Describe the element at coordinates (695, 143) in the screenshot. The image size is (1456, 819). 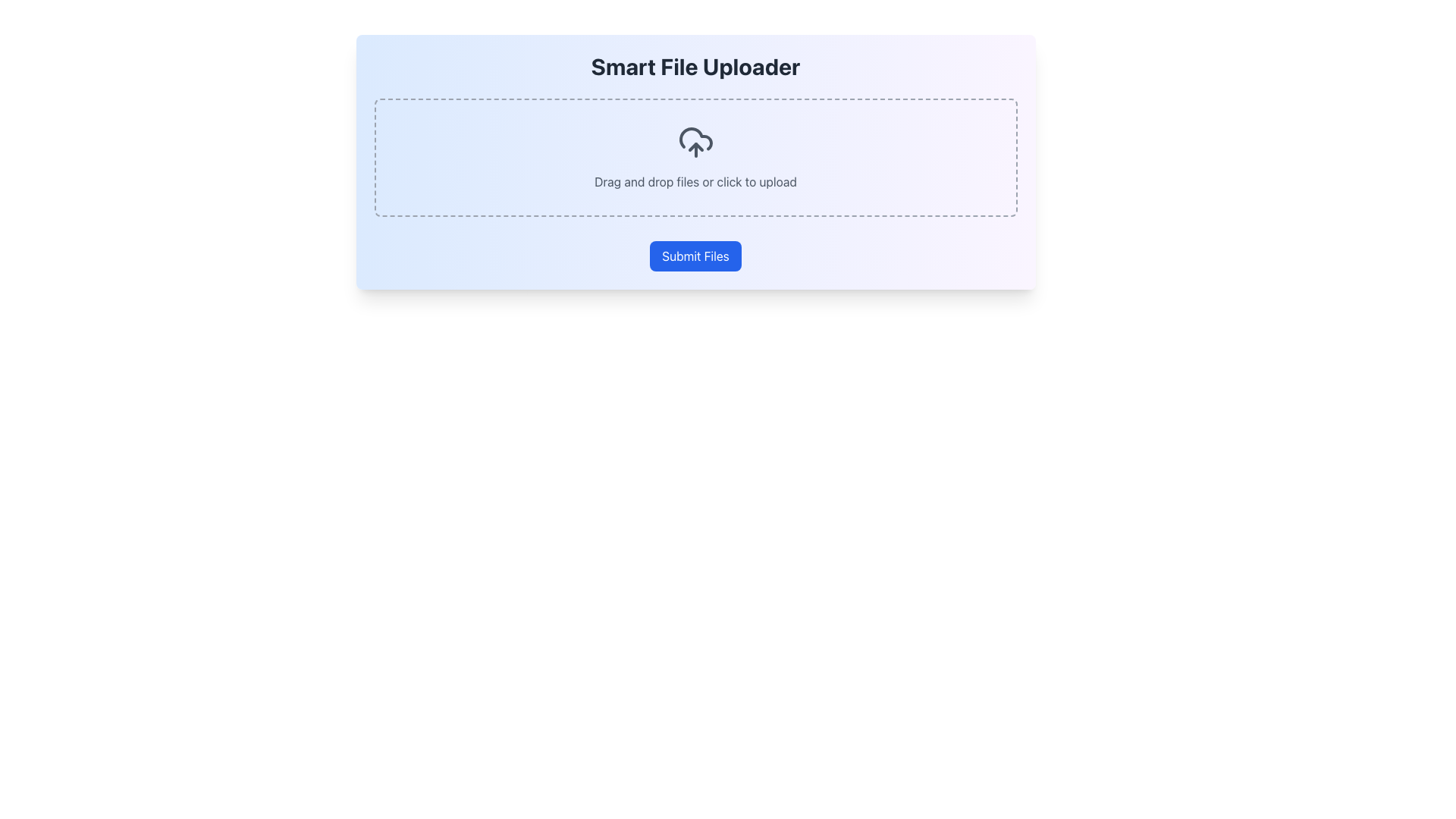
I see `the file upload icon, which is visually represented in a dashed rectangular area and located above the text 'Drag and drop files or click to upload'` at that location.